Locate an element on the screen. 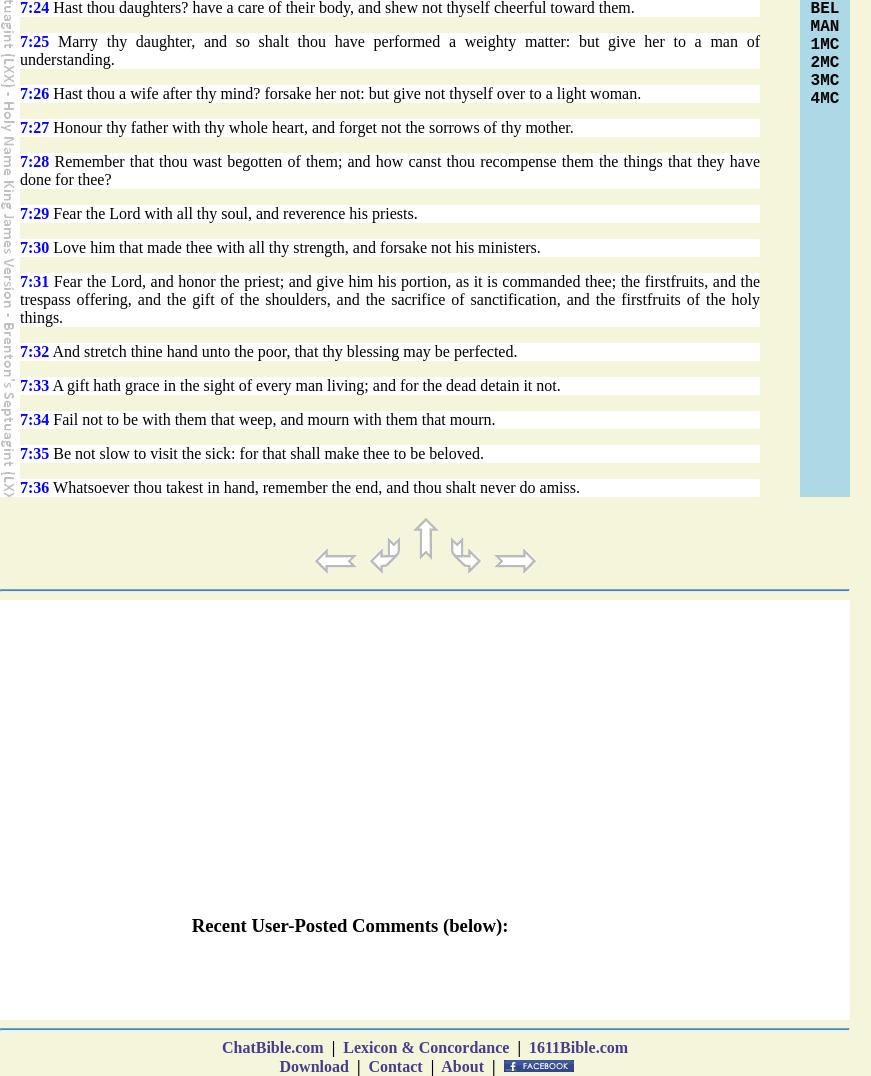 The image size is (871, 1076). '7:32' is located at coordinates (19, 351).